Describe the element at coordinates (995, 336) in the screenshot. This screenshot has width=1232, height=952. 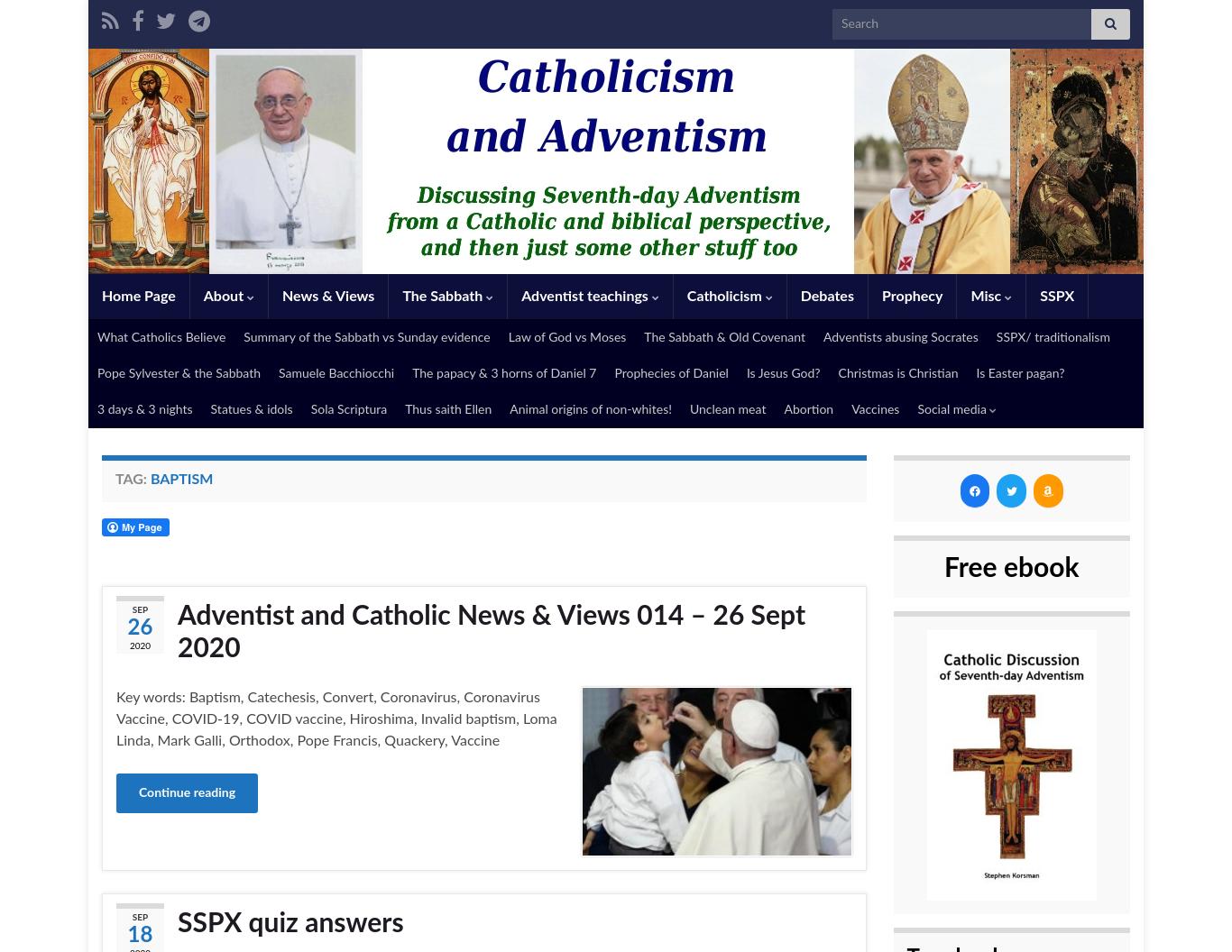
I see `'SSPX/ traditionalism'` at that location.